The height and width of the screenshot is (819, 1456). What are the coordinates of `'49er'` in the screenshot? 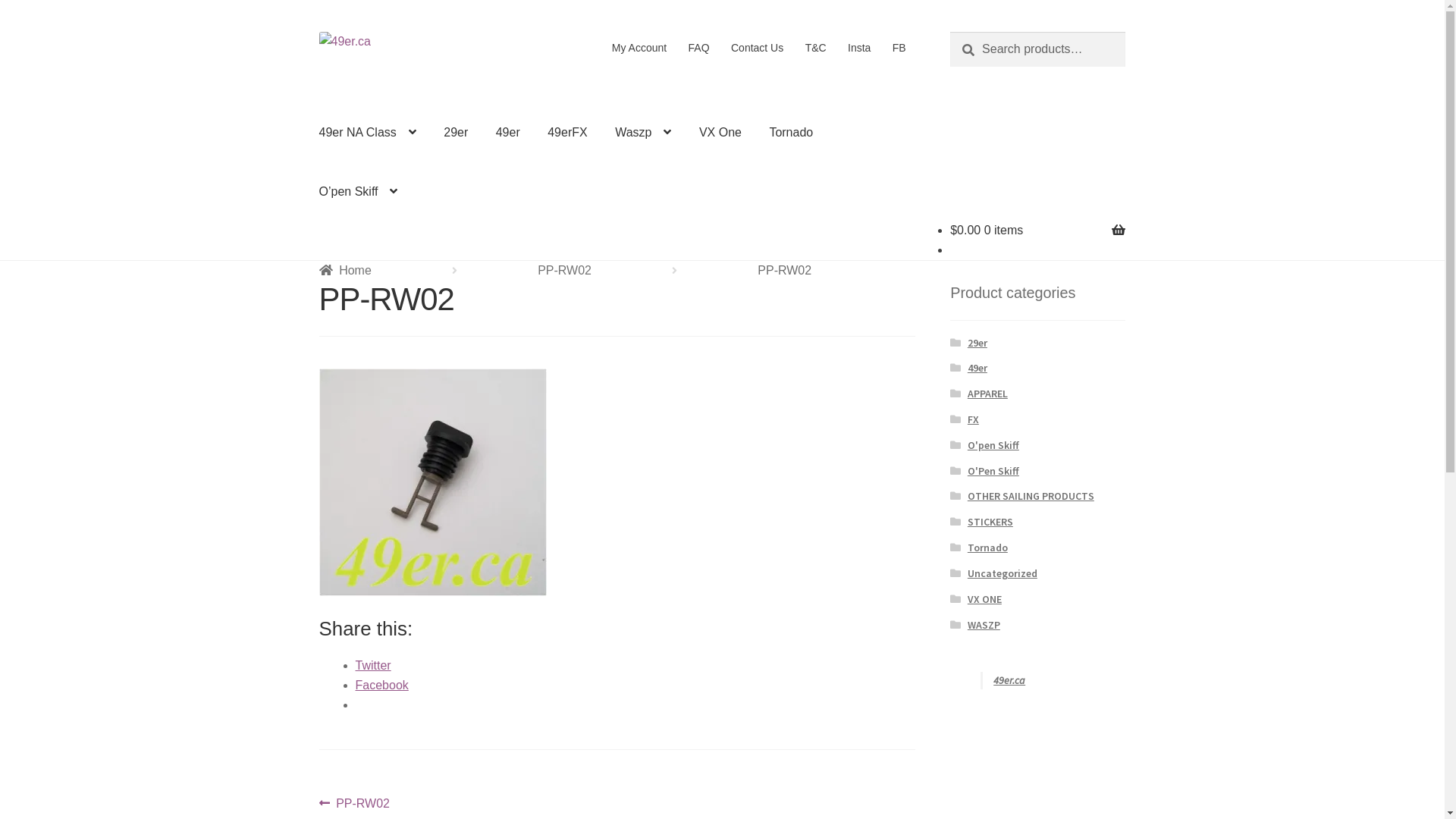 It's located at (483, 131).